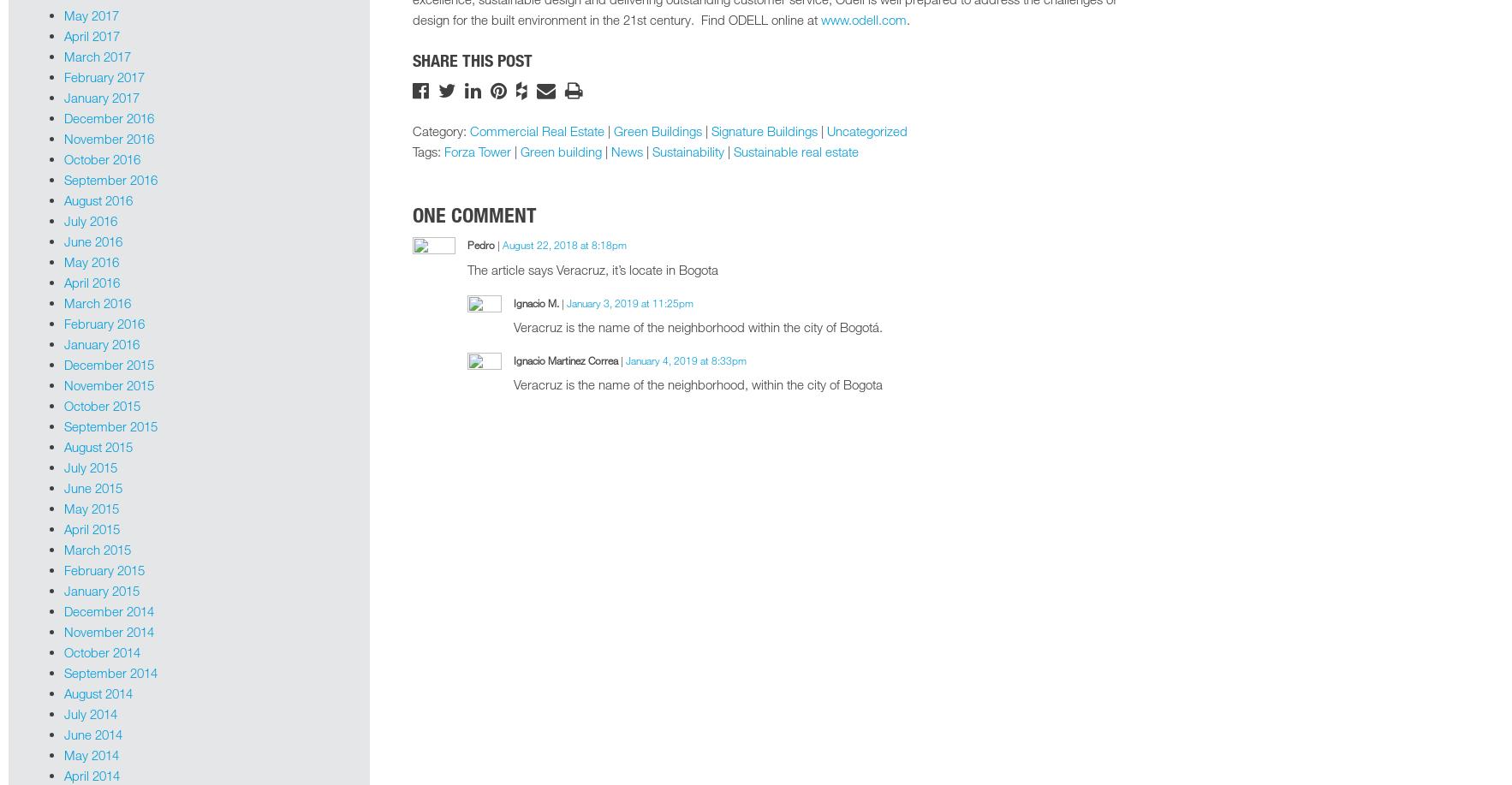 Image resolution: width=1512 pixels, height=785 pixels. Describe the element at coordinates (63, 281) in the screenshot. I see `'April 2016'` at that location.